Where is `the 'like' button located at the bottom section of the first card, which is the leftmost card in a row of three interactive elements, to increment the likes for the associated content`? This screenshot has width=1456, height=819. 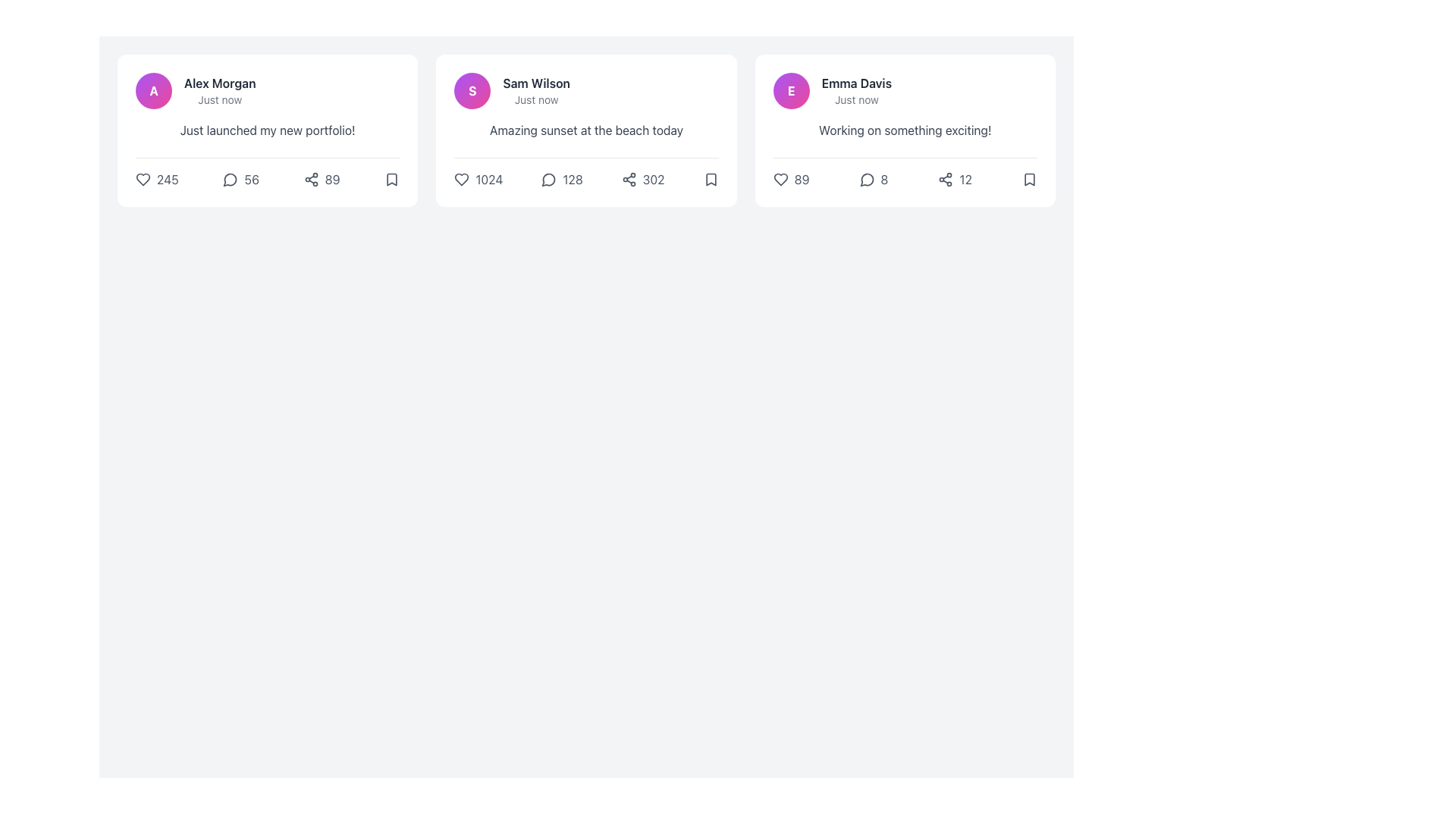 the 'like' button located at the bottom section of the first card, which is the leftmost card in a row of three interactive elements, to increment the likes for the associated content is located at coordinates (157, 178).